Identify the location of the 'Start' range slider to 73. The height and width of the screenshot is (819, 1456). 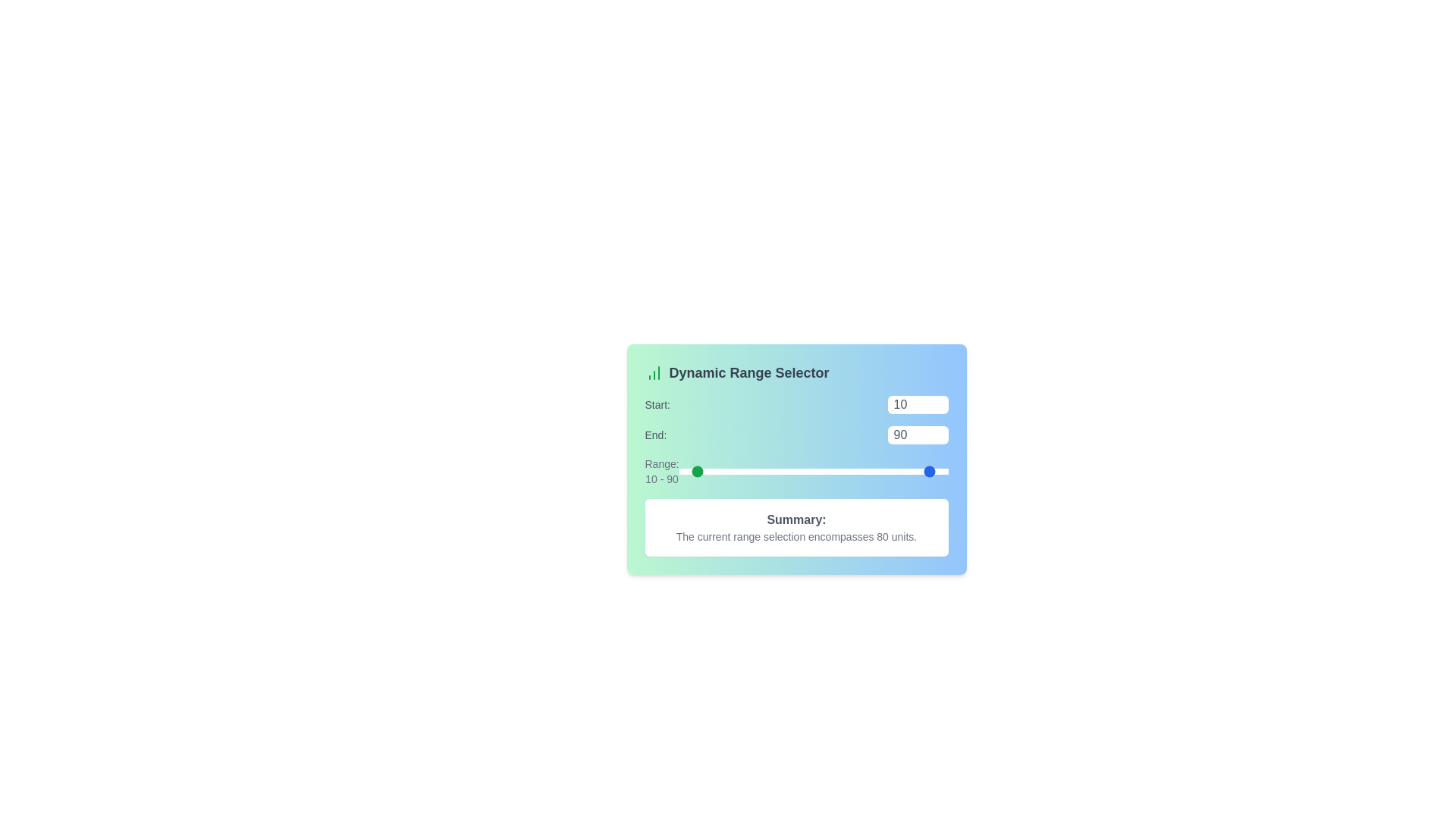
(777, 470).